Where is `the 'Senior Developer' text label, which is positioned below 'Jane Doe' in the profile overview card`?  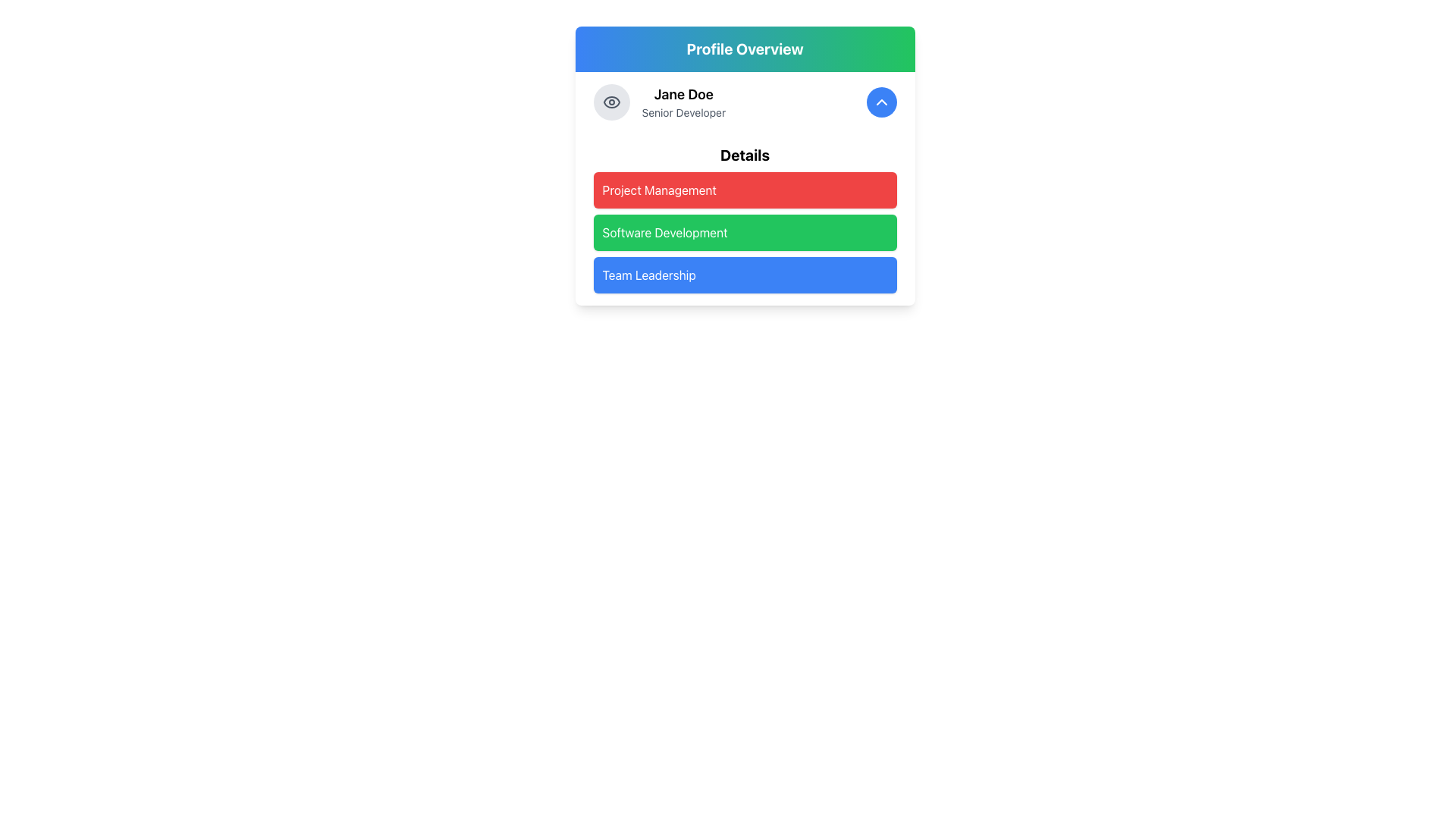 the 'Senior Developer' text label, which is positioned below 'Jane Doe' in the profile overview card is located at coordinates (682, 112).